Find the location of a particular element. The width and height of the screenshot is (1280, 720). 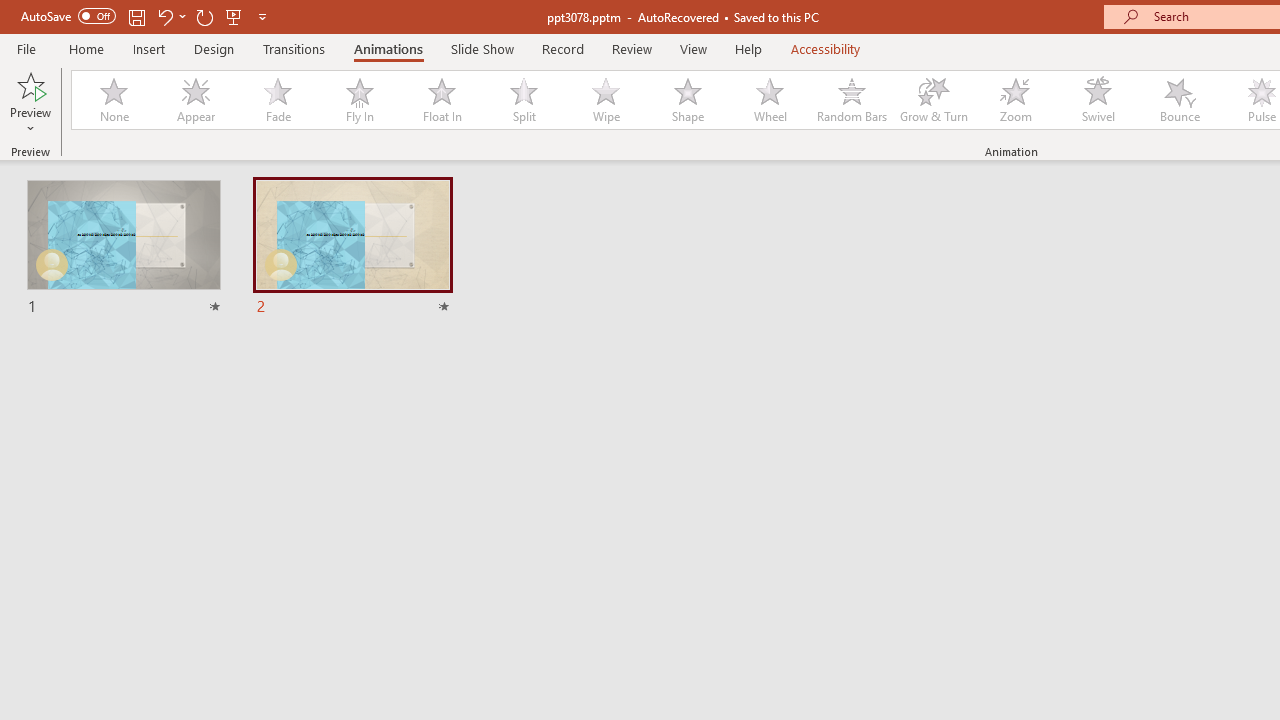

'Shape' is located at coordinates (688, 100).